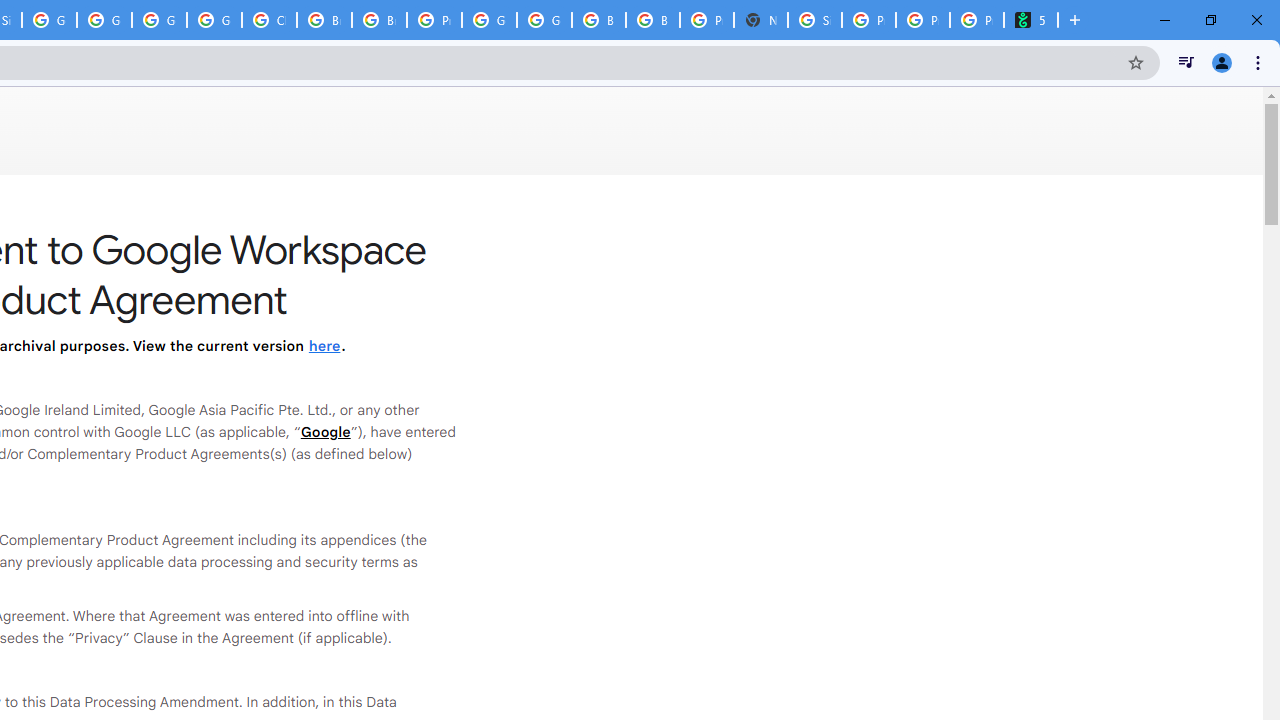  I want to click on 'Google Cloud Platform', so click(544, 20).